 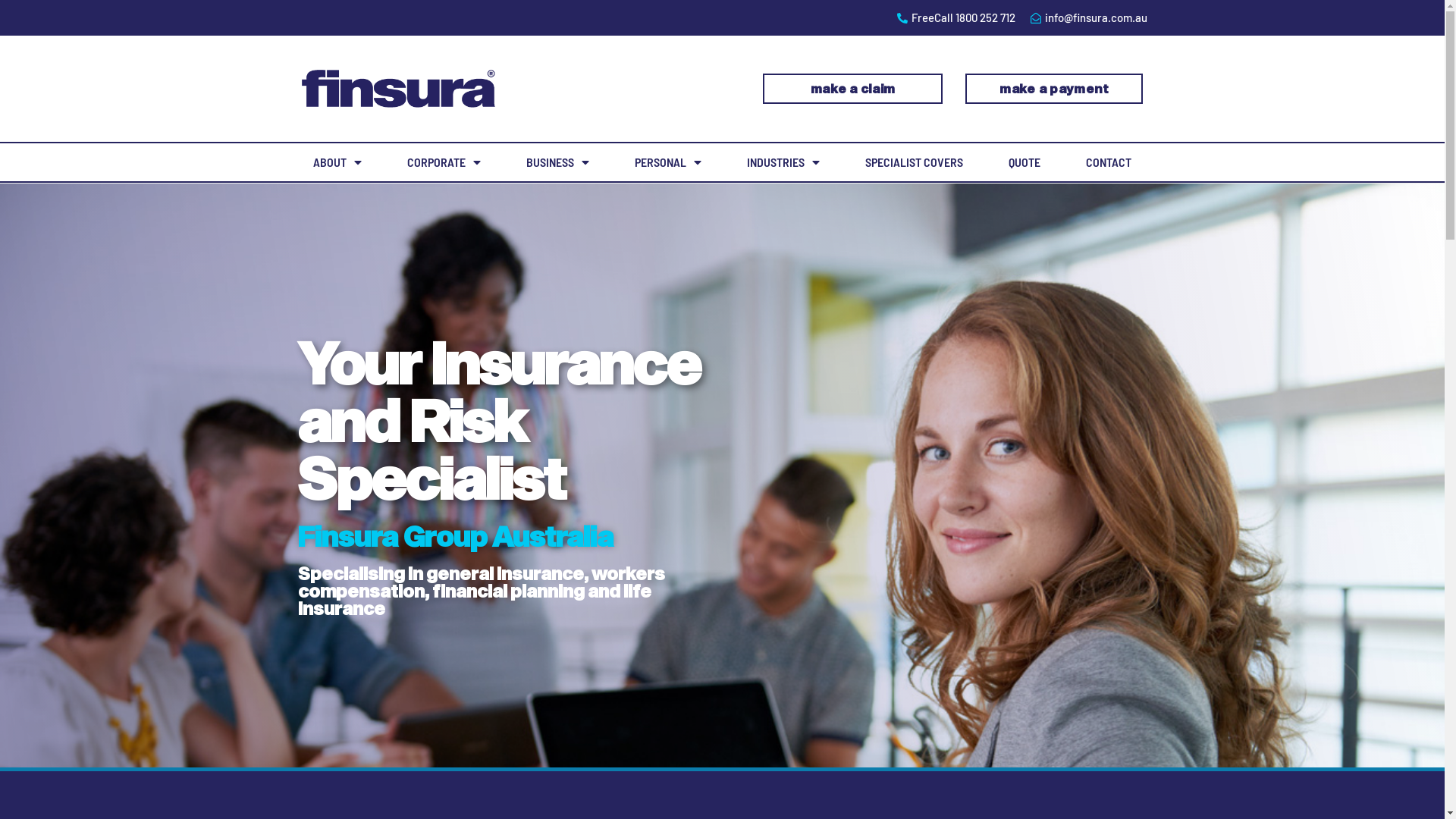 What do you see at coordinates (852, 88) in the screenshot?
I see `'make a claim'` at bounding box center [852, 88].